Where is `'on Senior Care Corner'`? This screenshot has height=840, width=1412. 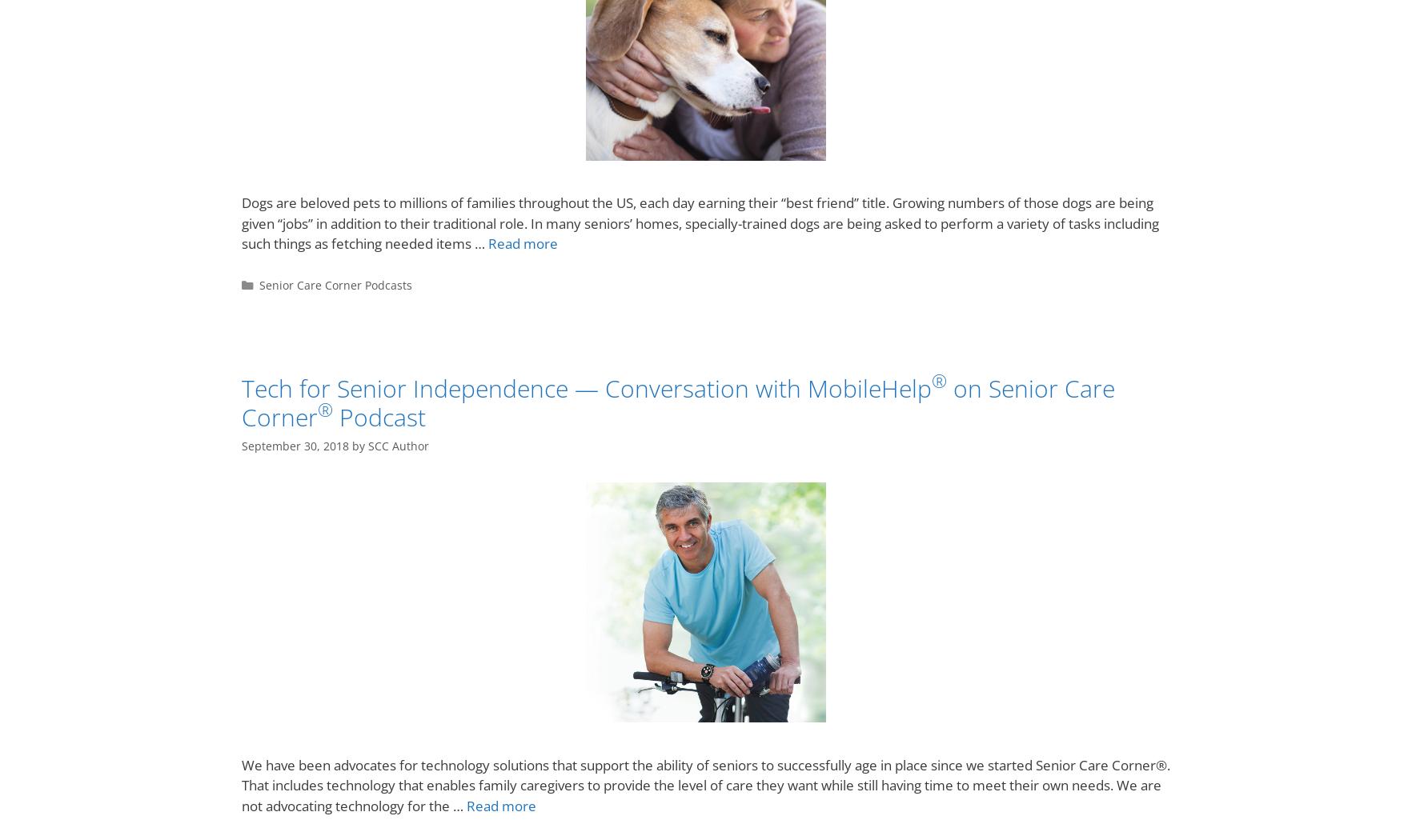
'on Senior Care Corner' is located at coordinates (241, 402).